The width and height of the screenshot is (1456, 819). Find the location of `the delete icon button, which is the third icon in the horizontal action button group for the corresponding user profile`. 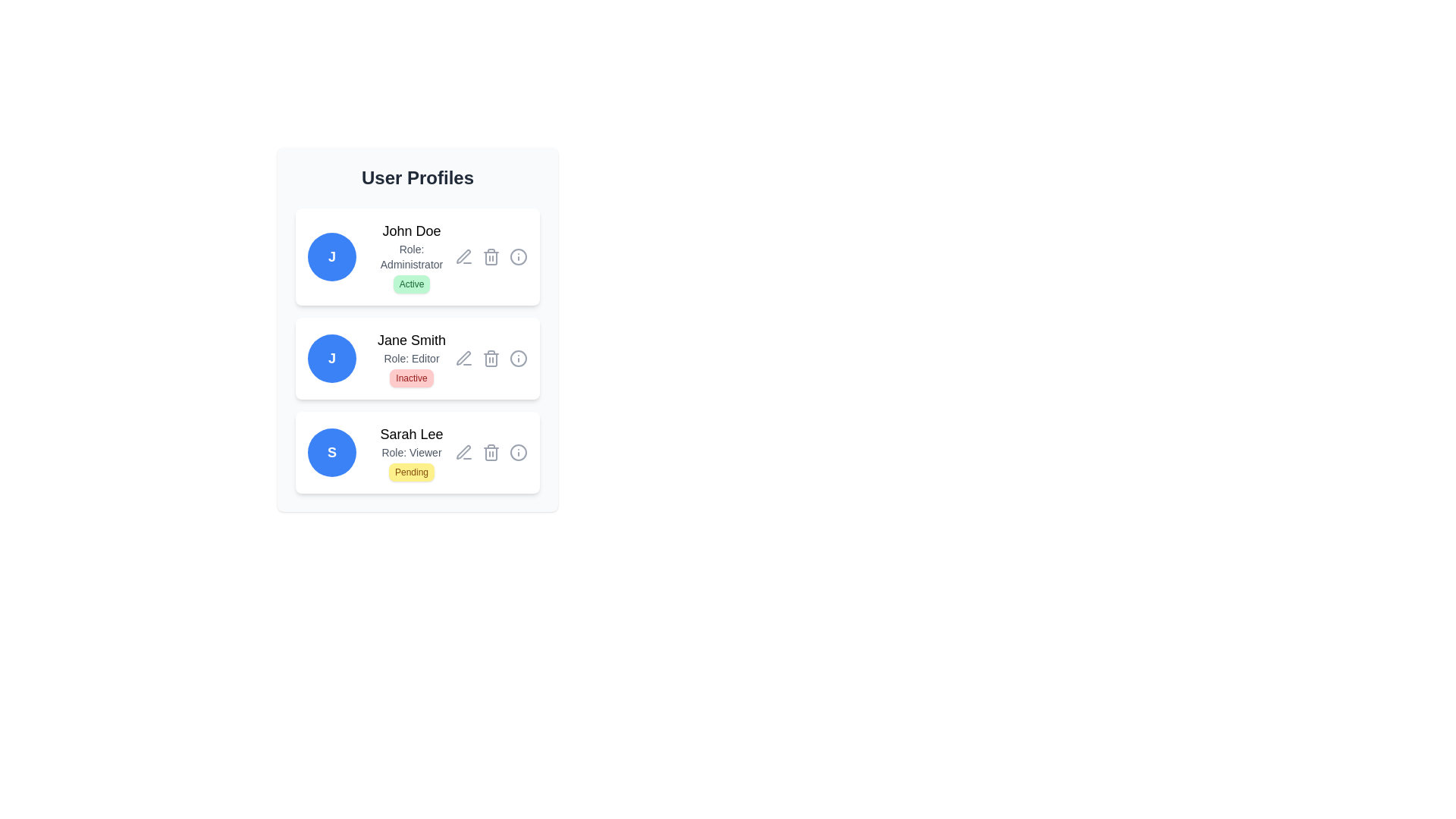

the delete icon button, which is the third icon in the horizontal action button group for the corresponding user profile is located at coordinates (491, 452).